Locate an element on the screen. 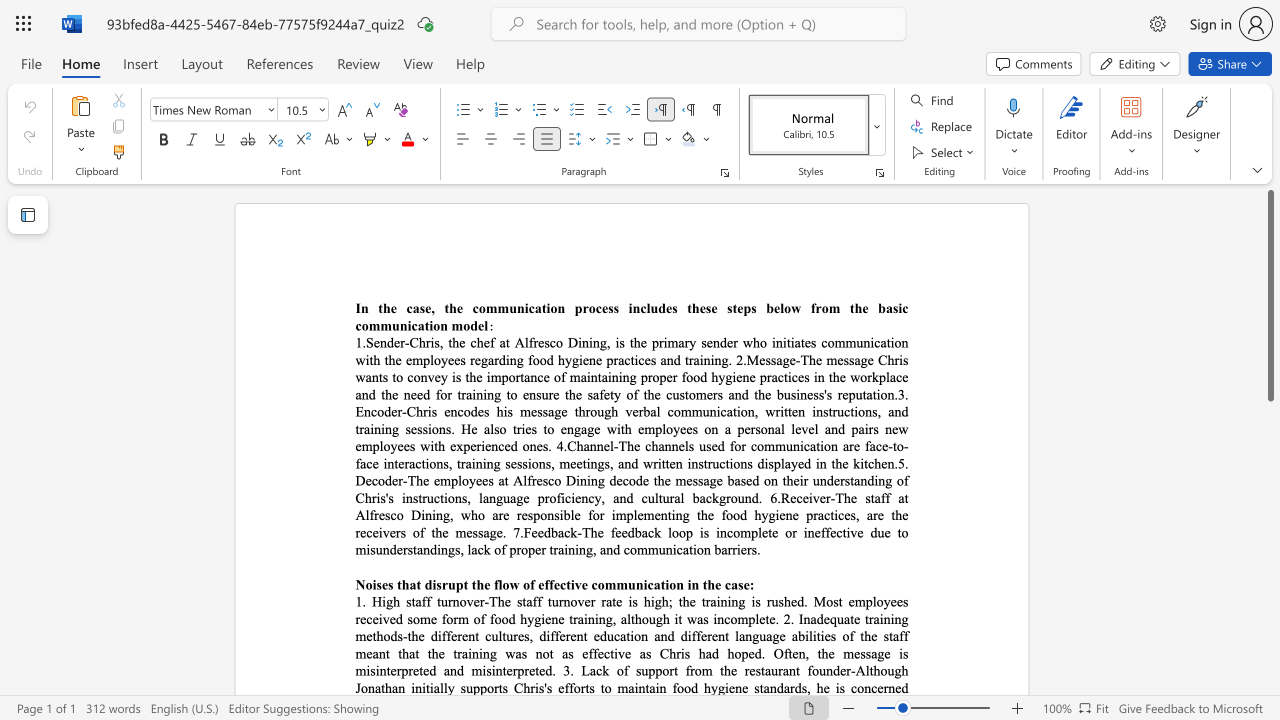 The height and width of the screenshot is (720, 1280). the 2th character "r" in the text is located at coordinates (727, 497).